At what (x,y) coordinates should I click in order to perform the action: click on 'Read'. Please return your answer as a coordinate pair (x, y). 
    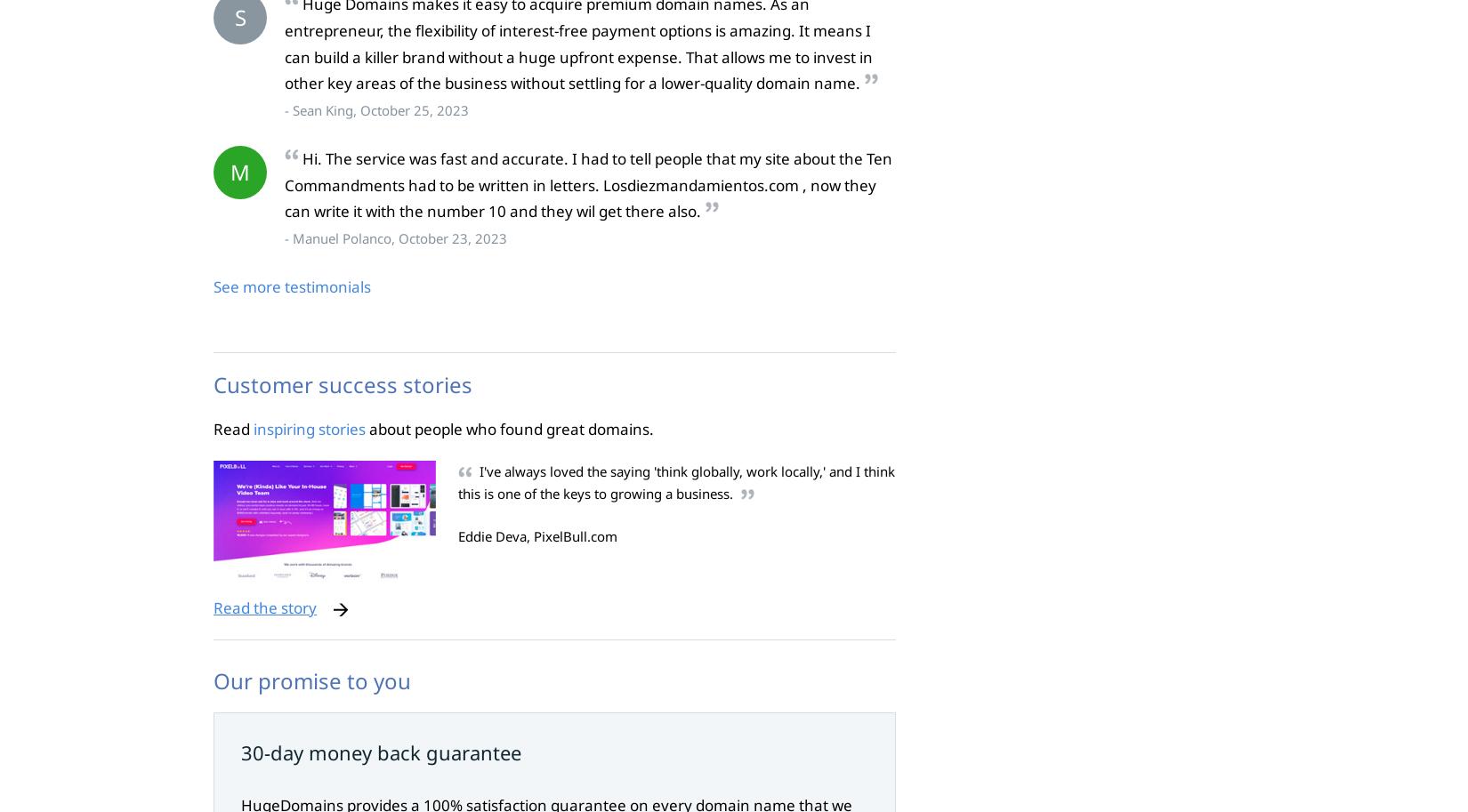
    Looking at the image, I should click on (233, 428).